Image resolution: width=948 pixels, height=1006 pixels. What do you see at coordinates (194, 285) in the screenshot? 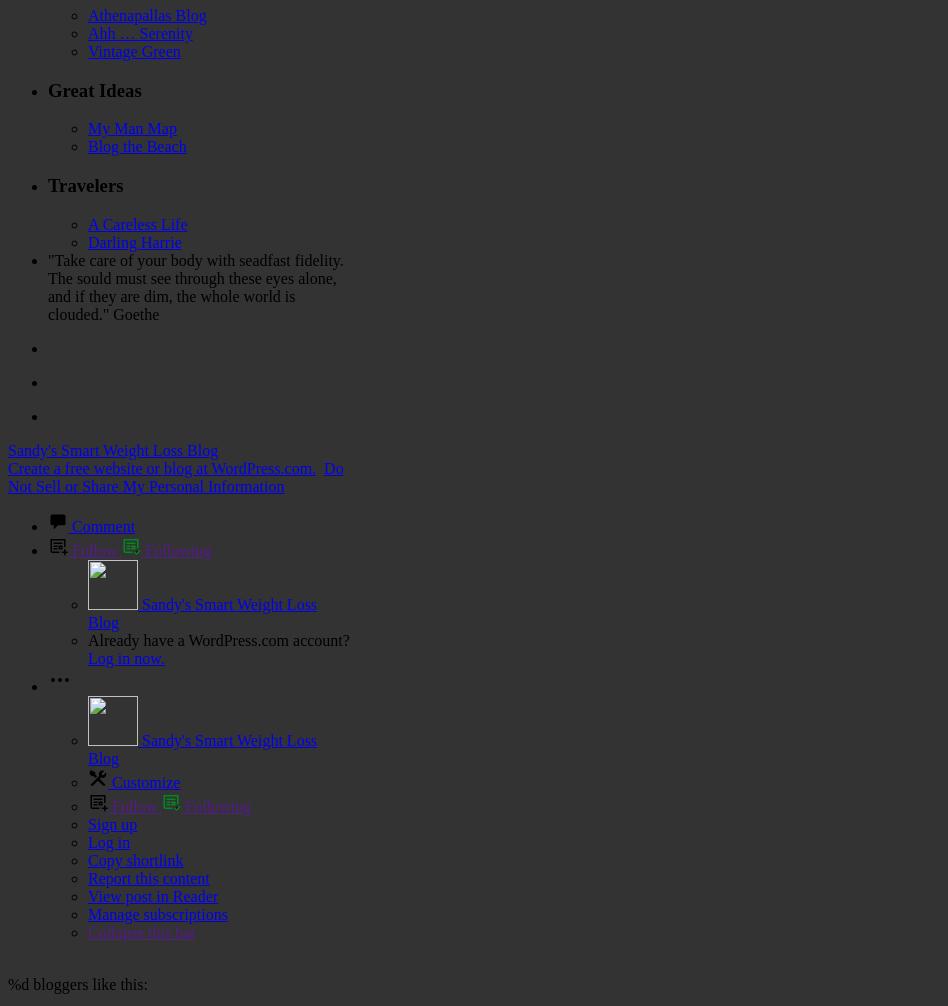
I see `'"Take care of your body with seadfast fidelity. The sould must see through these eyes alone, and if they are dim, the whole world is clouded."
                                                                                            Goethe'` at bounding box center [194, 285].